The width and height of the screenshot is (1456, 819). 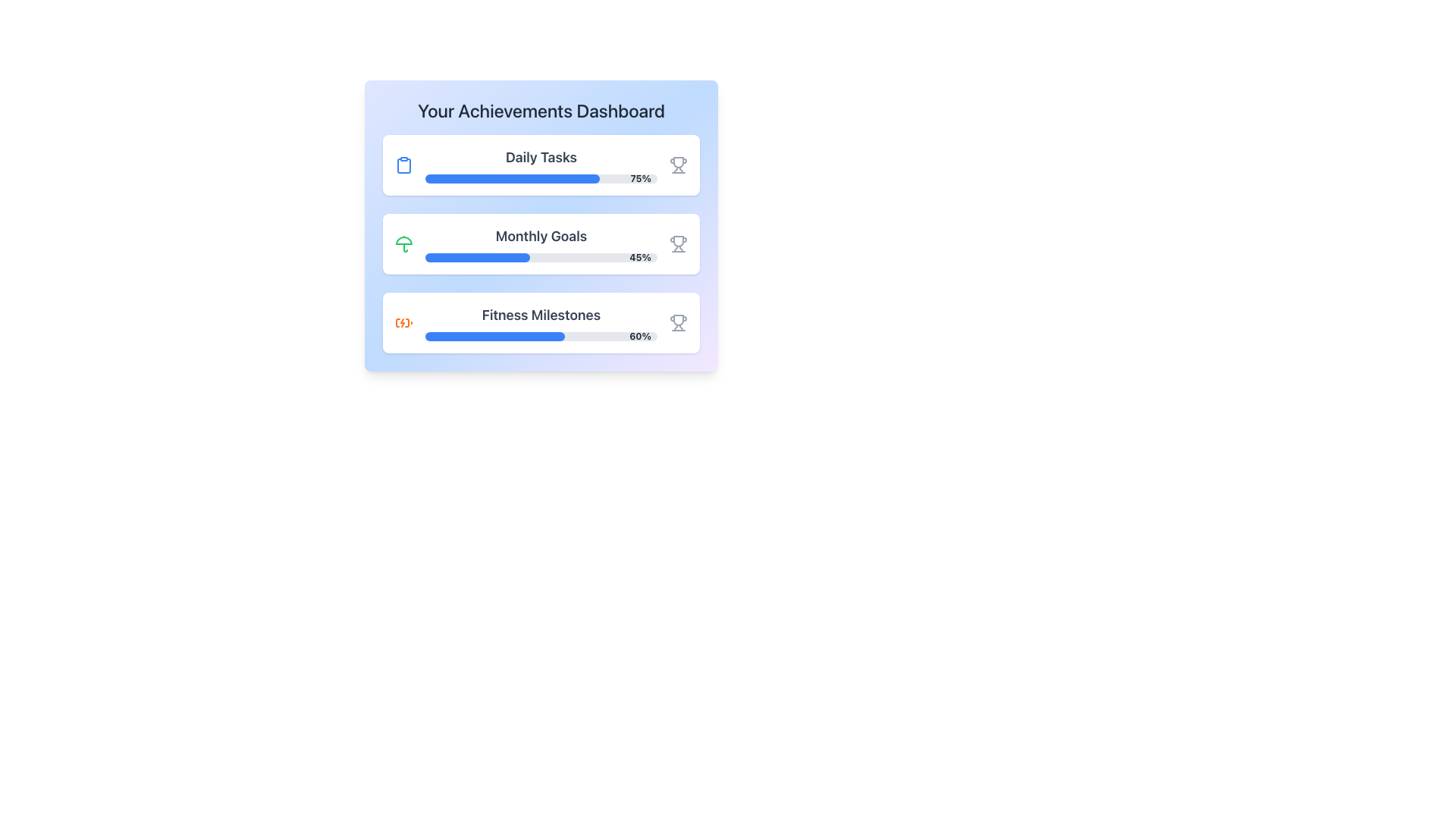 I want to click on the slender vertical line at the bottom center of the green umbrella icon in the 'Monthly Goals' section of the dashboard, so click(x=405, y=247).